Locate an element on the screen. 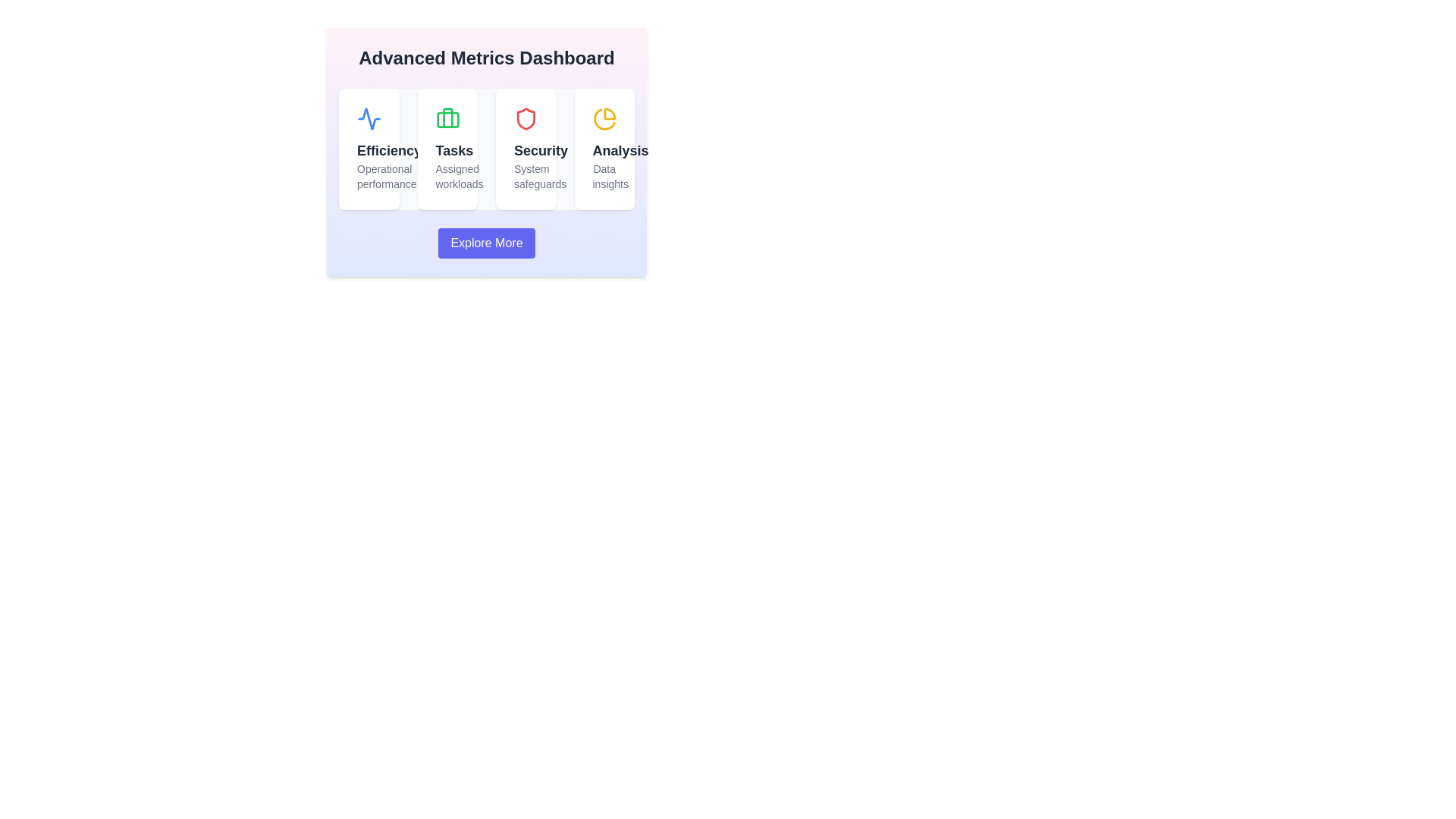 The width and height of the screenshot is (1456, 819). the visual representation of the icon located within the 'Tasks' card, which is the second card among four horizontally aligned cards, centered near the top area under the title 'Tasks' is located at coordinates (447, 118).